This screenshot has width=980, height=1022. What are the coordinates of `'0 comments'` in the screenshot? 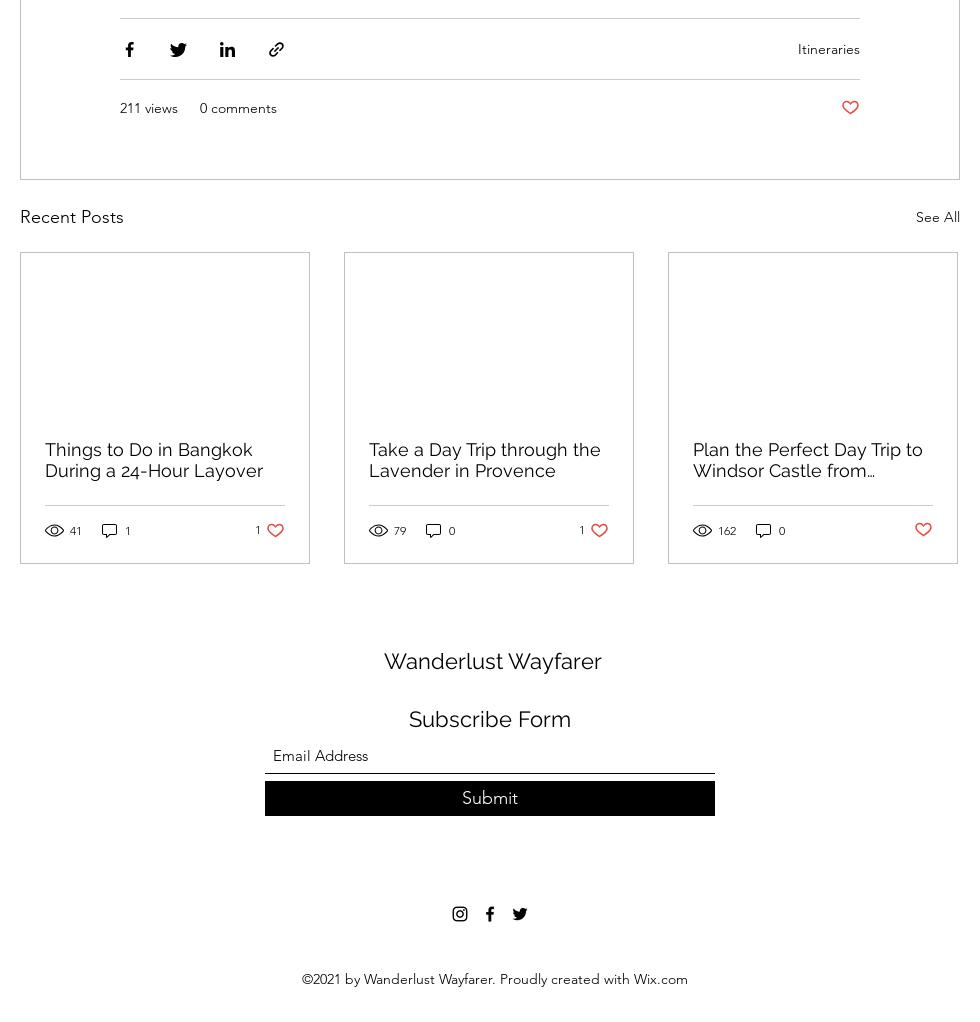 It's located at (238, 107).